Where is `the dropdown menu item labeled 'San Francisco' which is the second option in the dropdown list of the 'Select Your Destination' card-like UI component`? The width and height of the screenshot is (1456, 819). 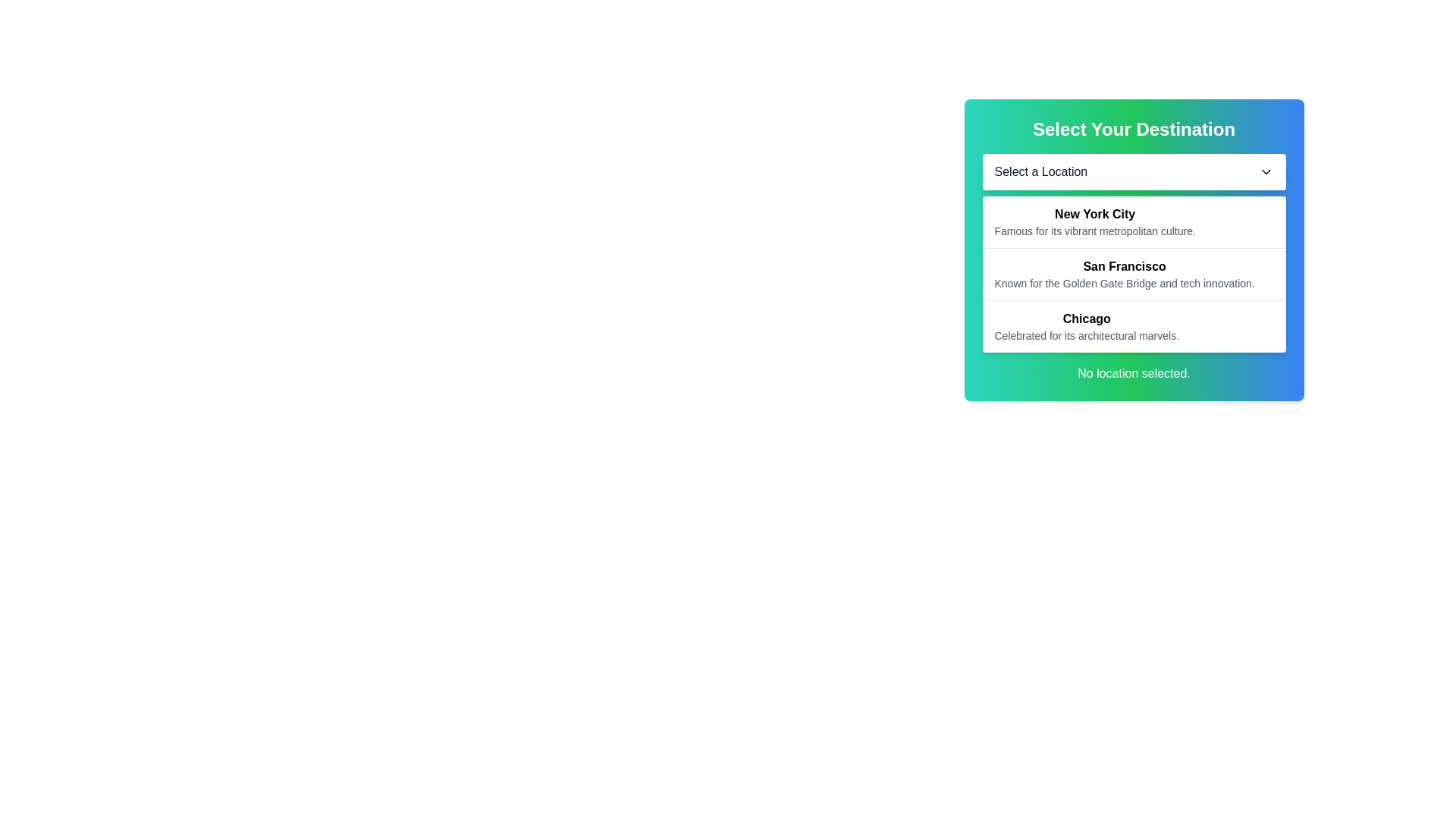 the dropdown menu item labeled 'San Francisco' which is the second option in the dropdown list of the 'Select Your Destination' card-like UI component is located at coordinates (1134, 253).